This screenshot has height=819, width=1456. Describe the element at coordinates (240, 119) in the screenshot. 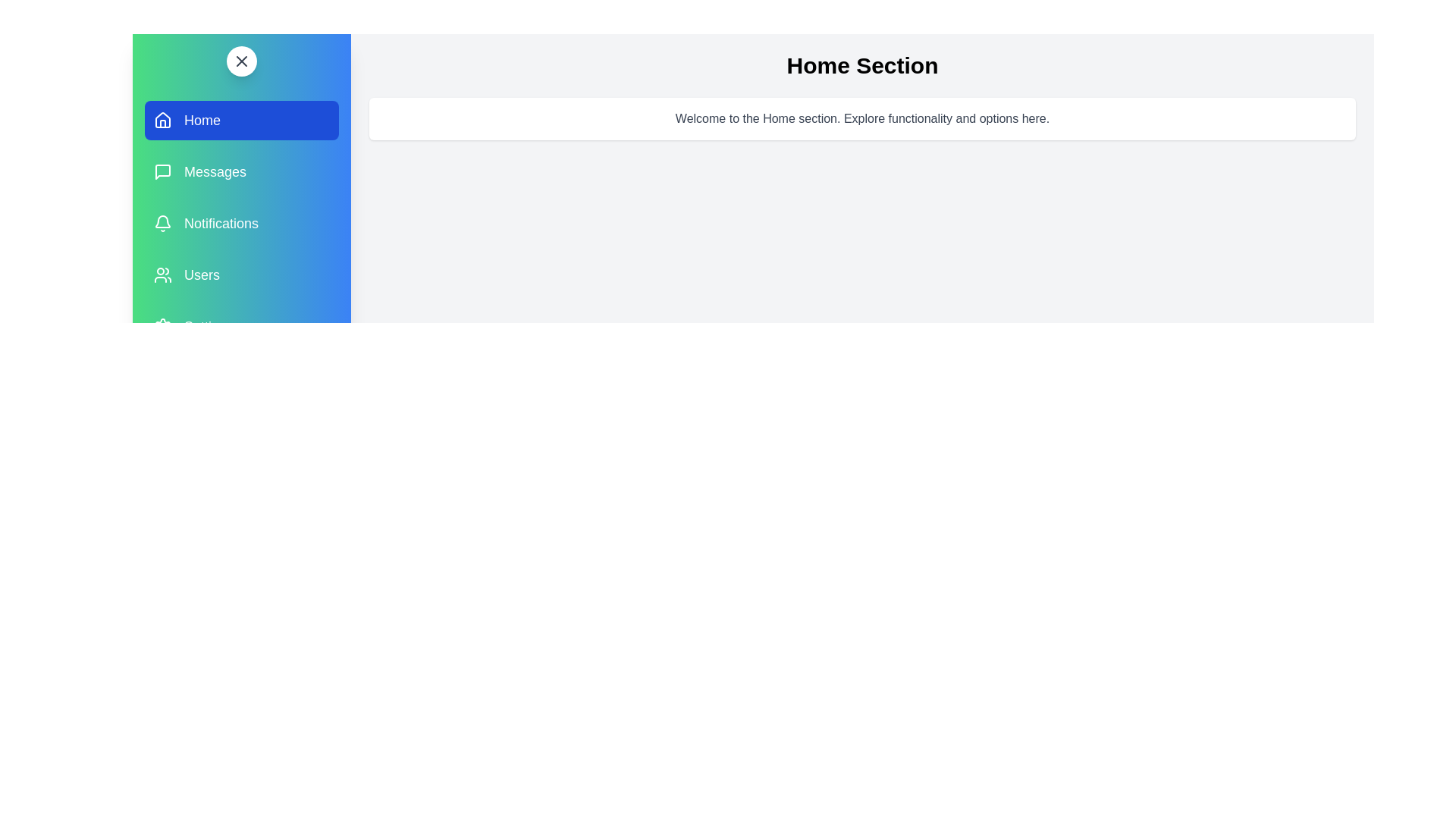

I see `the menu item Home by clicking on it` at that location.